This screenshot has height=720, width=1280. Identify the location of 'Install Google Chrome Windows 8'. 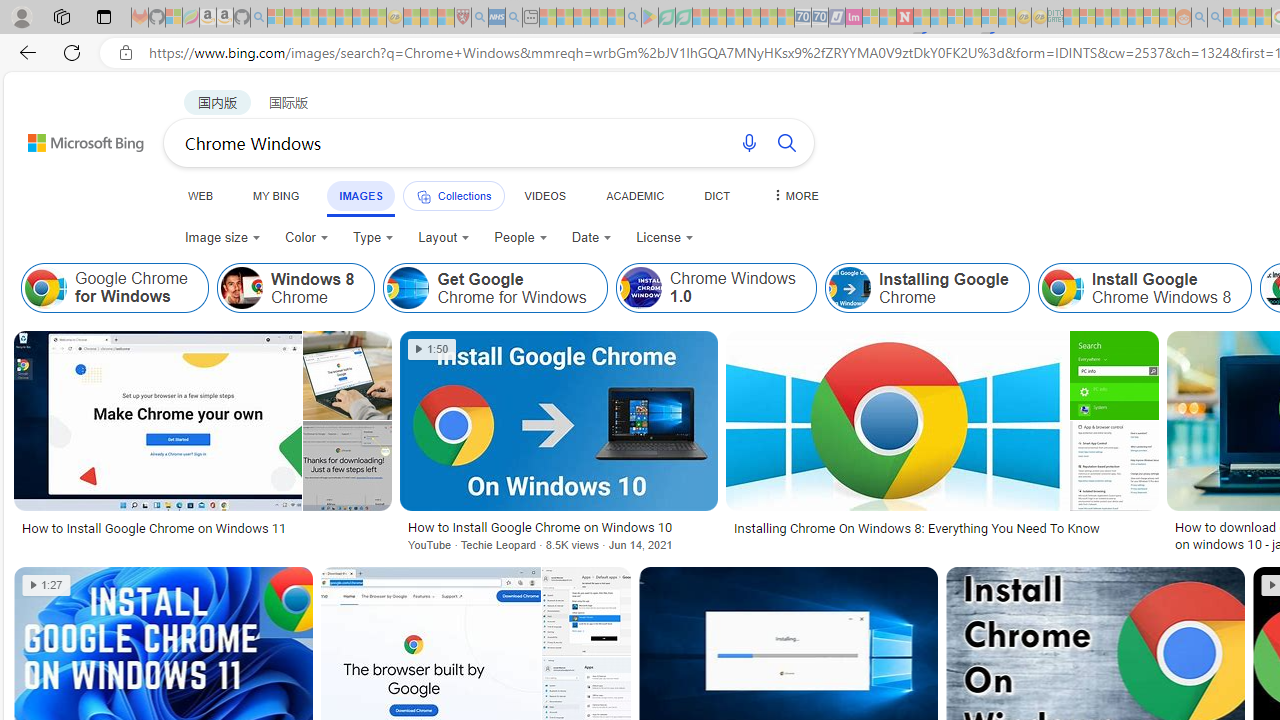
(1144, 288).